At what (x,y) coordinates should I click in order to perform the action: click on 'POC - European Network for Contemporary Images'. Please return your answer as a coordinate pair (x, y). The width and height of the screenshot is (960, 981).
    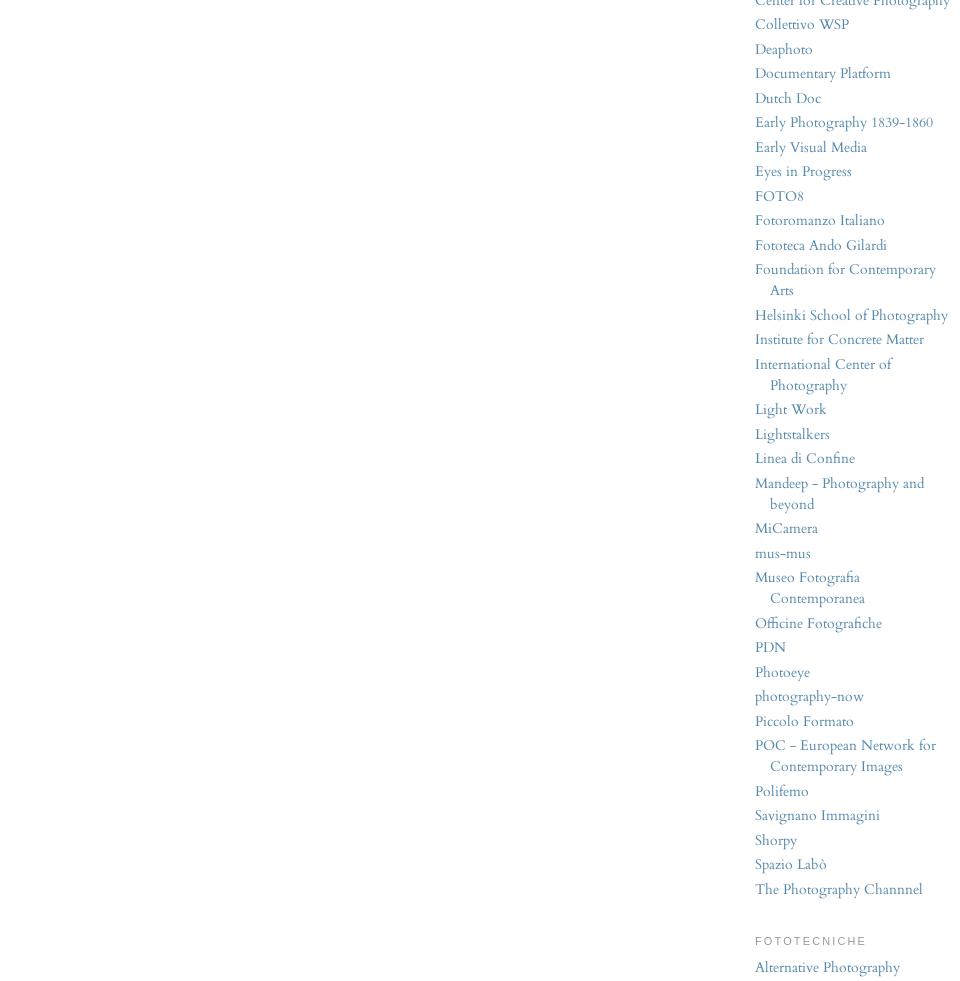
    Looking at the image, I should click on (844, 755).